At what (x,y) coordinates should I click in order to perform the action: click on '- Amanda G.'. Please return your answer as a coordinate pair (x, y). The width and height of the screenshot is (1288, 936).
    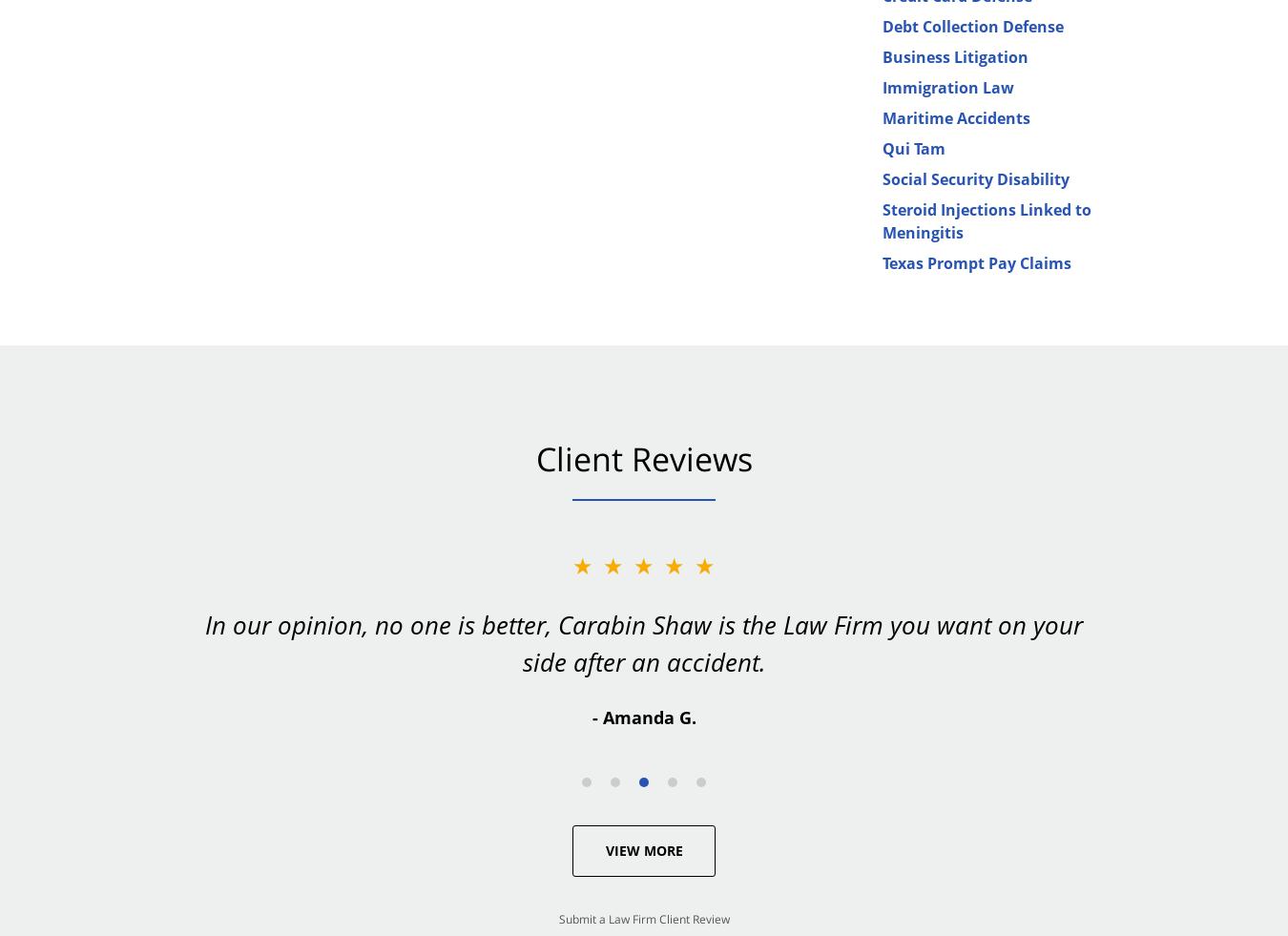
    Looking at the image, I should click on (643, 718).